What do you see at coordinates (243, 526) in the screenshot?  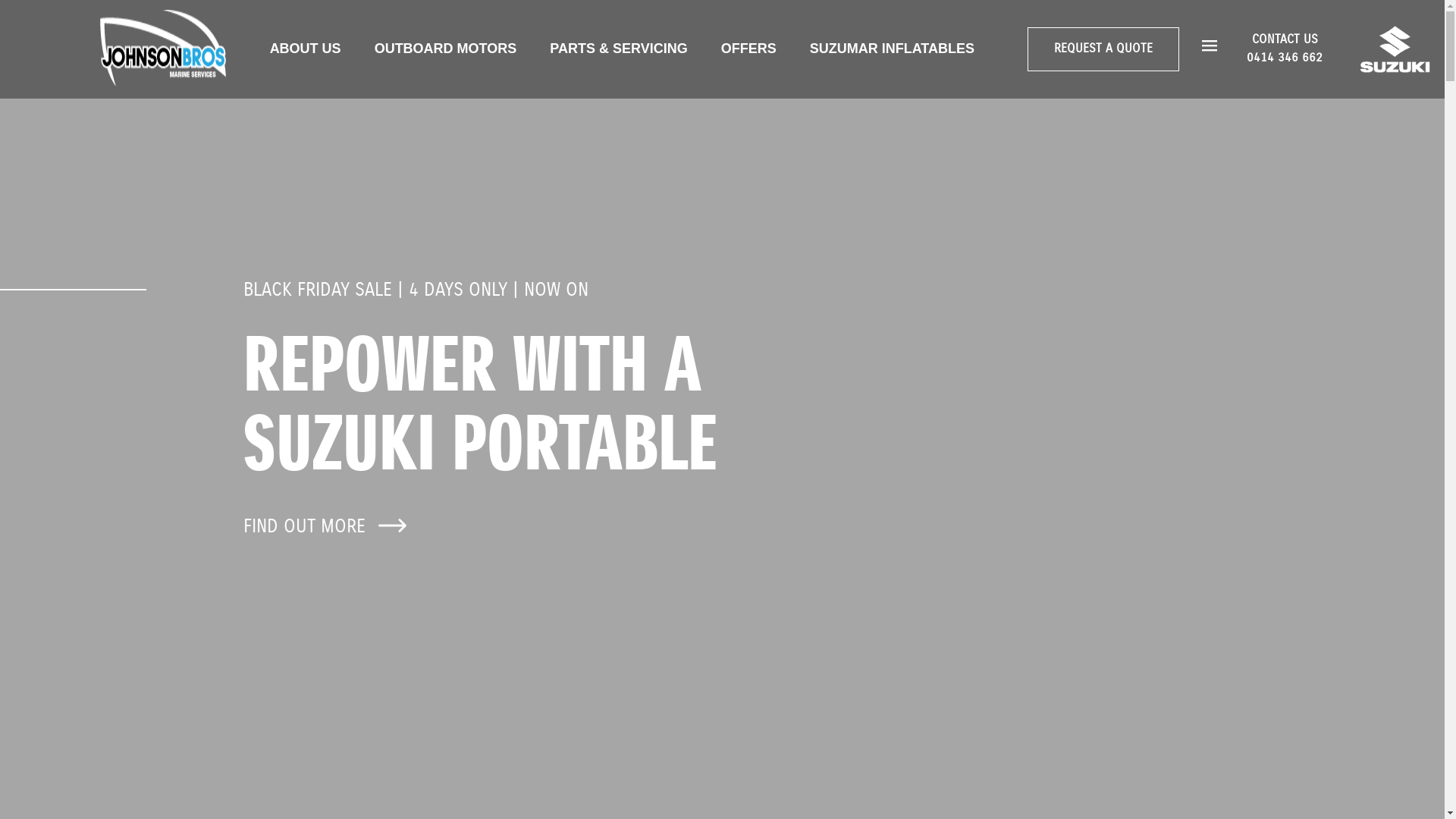 I see `'FIND OUT MORE'` at bounding box center [243, 526].